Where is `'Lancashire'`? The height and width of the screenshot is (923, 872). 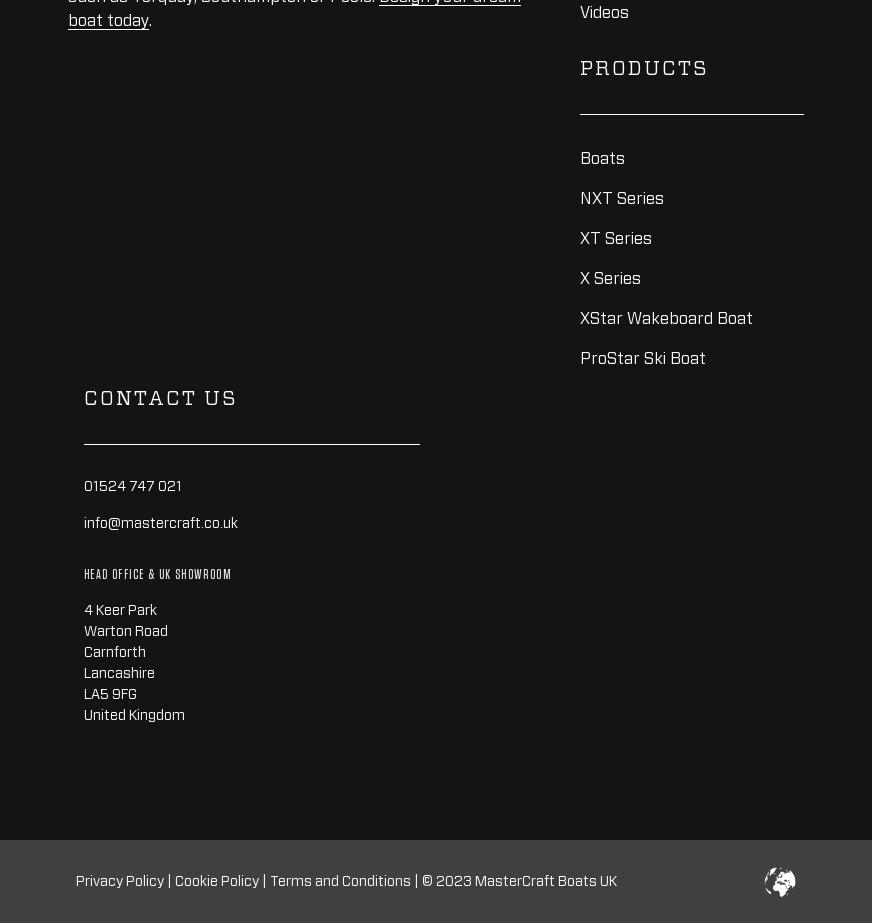
'Lancashire' is located at coordinates (119, 671).